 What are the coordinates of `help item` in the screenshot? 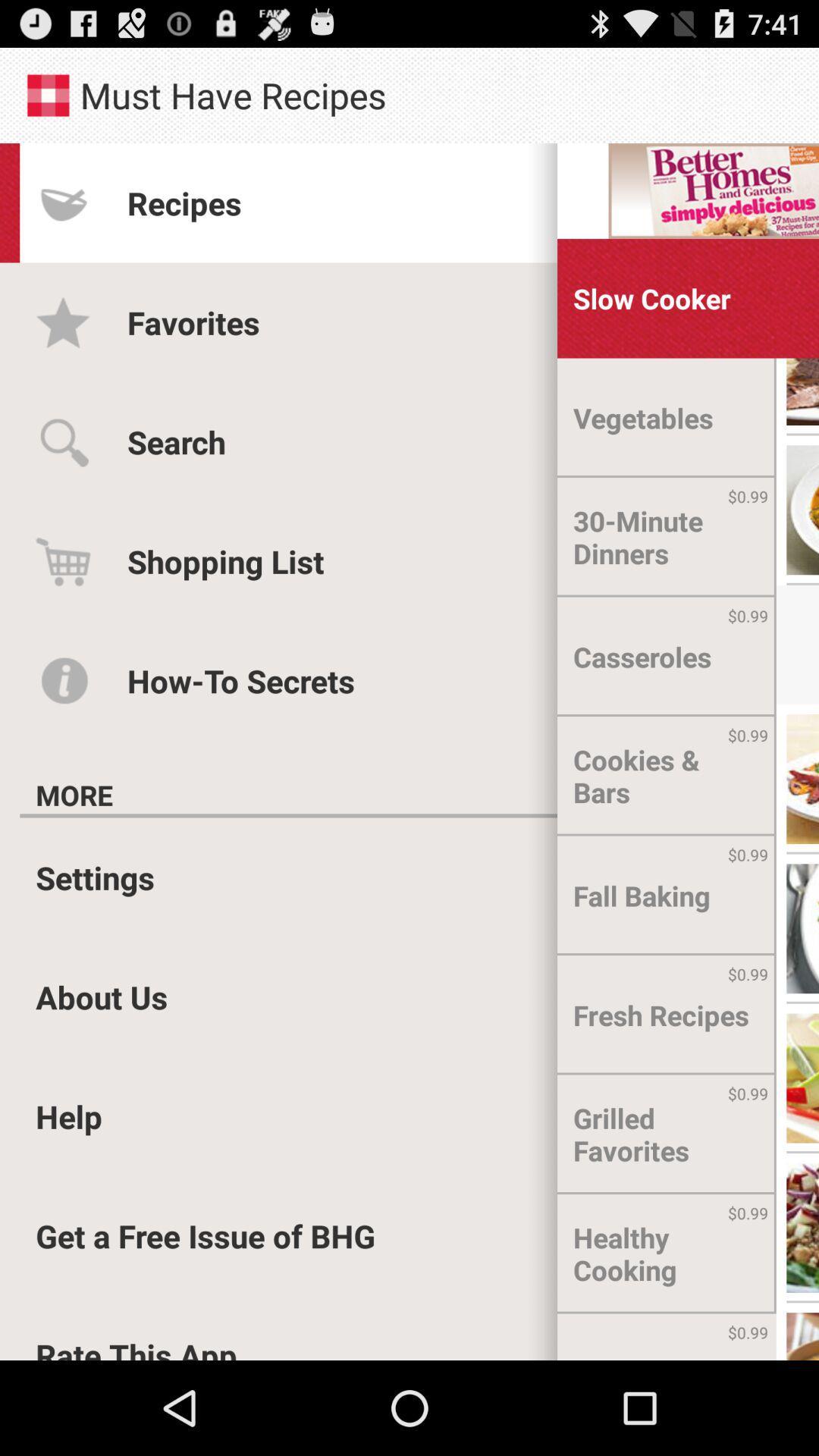 It's located at (69, 1116).